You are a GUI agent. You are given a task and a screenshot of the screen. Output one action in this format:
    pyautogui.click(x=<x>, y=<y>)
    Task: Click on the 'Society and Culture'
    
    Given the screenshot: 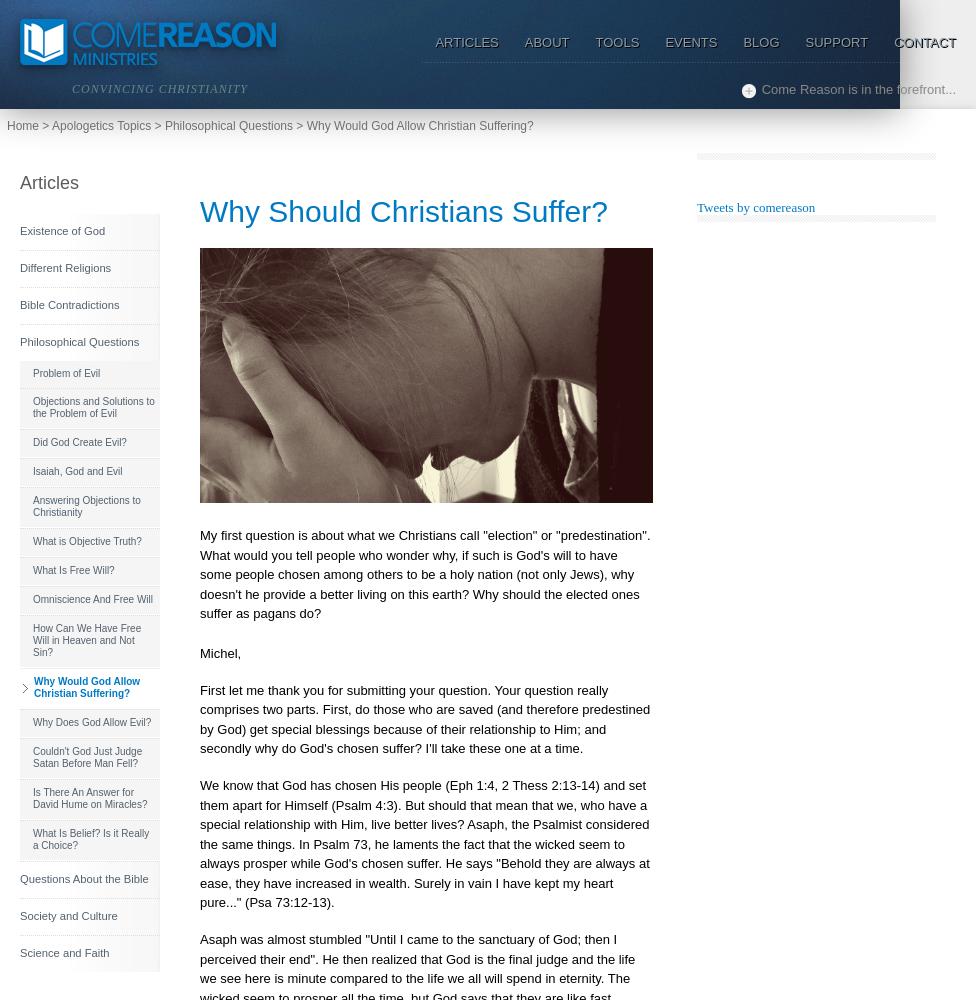 What is the action you would take?
    pyautogui.click(x=20, y=916)
    